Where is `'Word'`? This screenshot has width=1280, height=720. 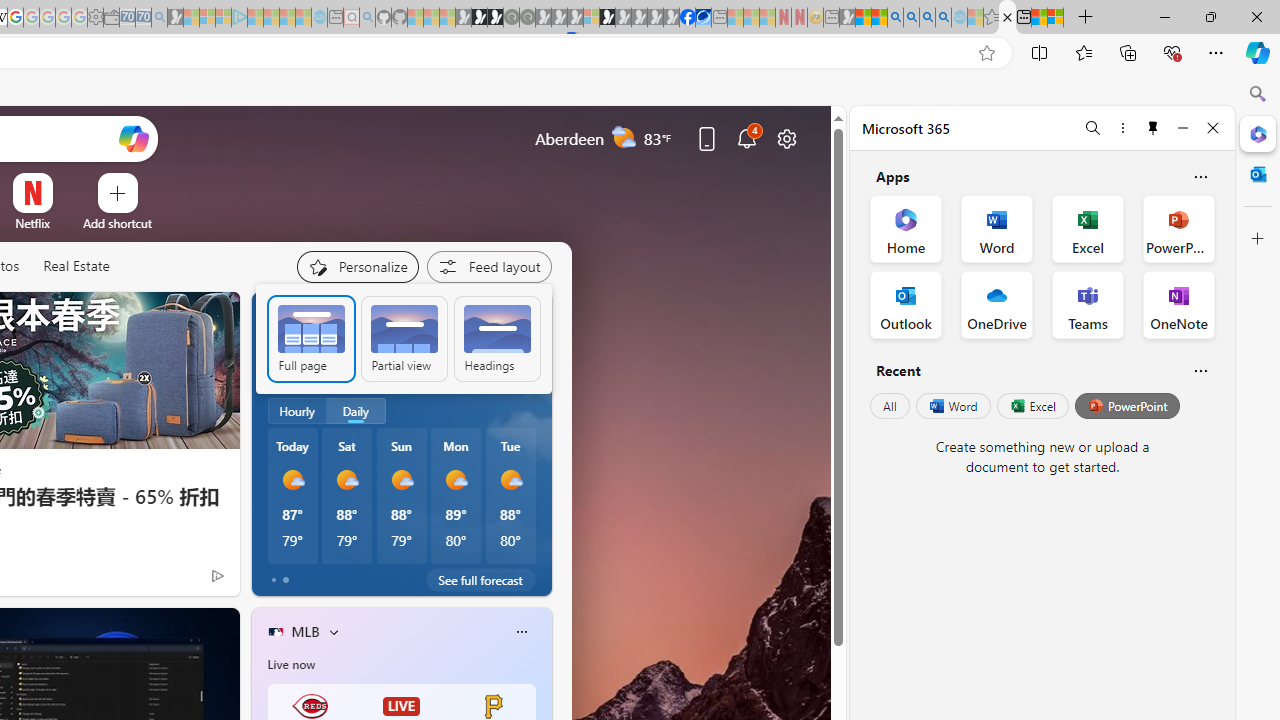
'Word' is located at coordinates (951, 405).